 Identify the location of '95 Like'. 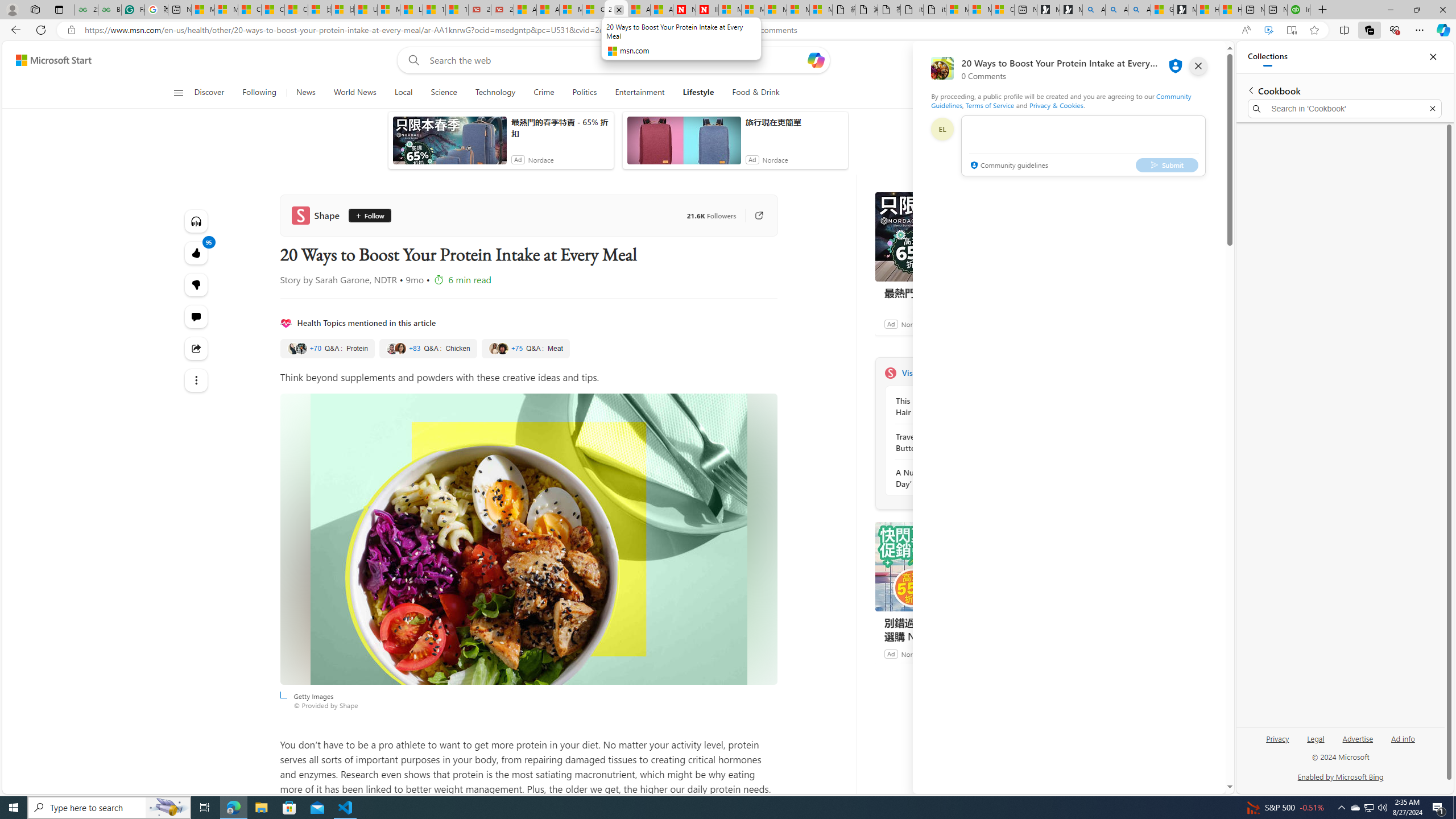
(196, 253).